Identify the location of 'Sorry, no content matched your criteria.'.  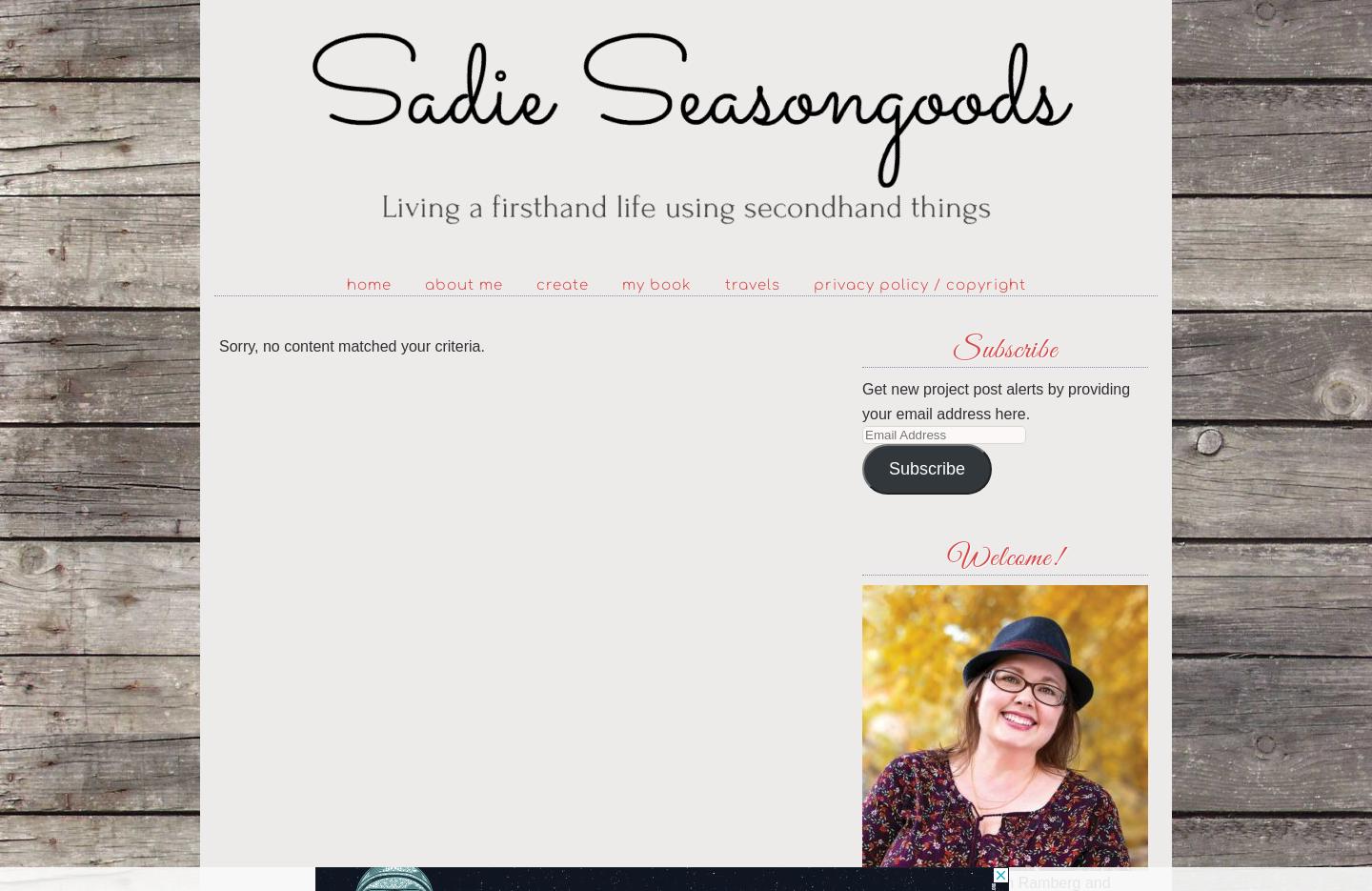
(218, 345).